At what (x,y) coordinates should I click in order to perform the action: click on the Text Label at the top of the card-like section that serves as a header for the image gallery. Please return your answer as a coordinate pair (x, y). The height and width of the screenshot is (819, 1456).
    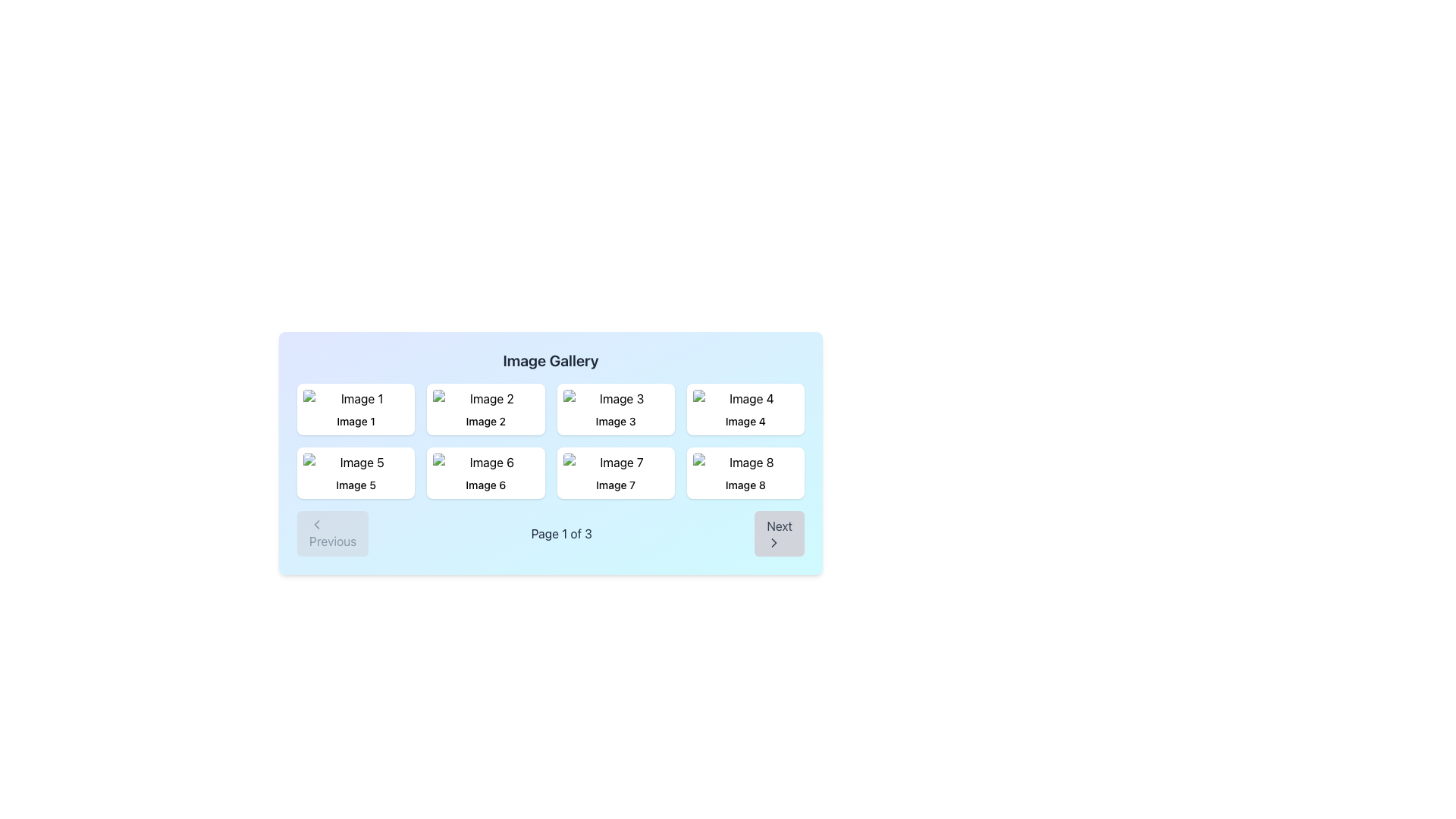
    Looking at the image, I should click on (550, 360).